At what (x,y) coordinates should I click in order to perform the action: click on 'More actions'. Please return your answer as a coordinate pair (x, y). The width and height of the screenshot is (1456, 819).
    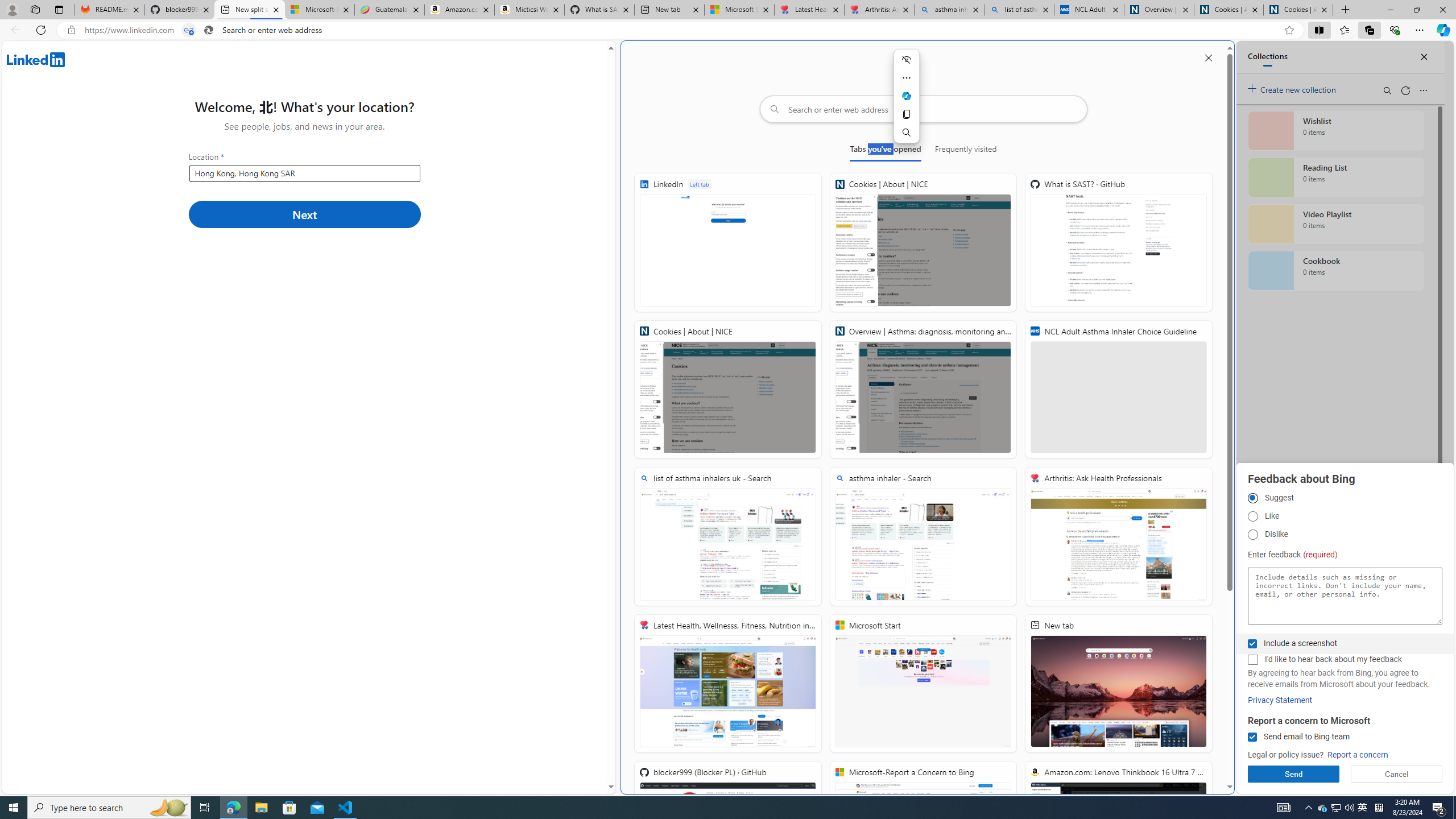
    Looking at the image, I should click on (906, 77).